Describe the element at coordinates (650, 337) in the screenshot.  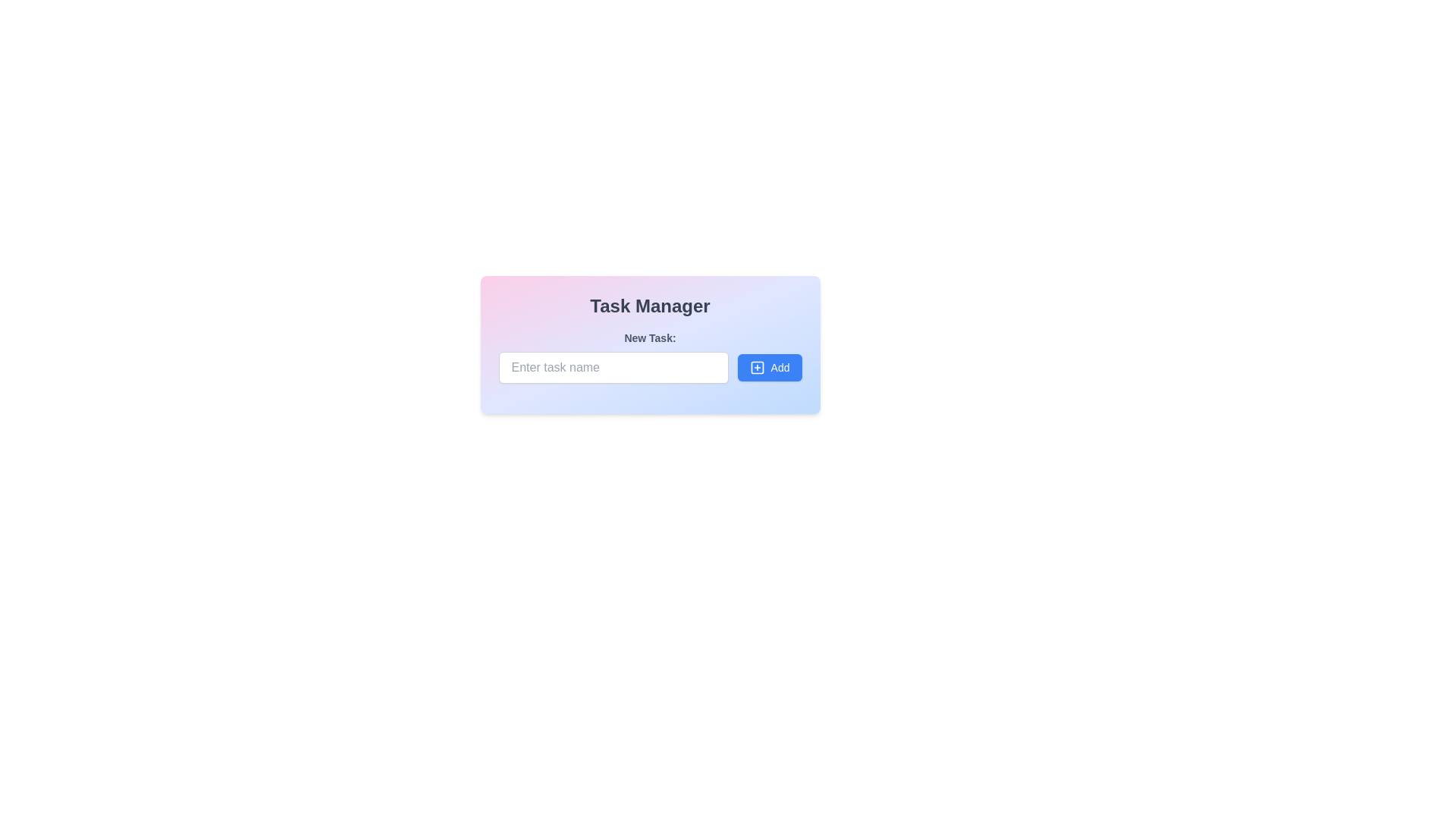
I see `the label reading 'New Task:' which is styled with bold, small-sized gray text and positioned above the text input field in the 'Task Manager' interface` at that location.